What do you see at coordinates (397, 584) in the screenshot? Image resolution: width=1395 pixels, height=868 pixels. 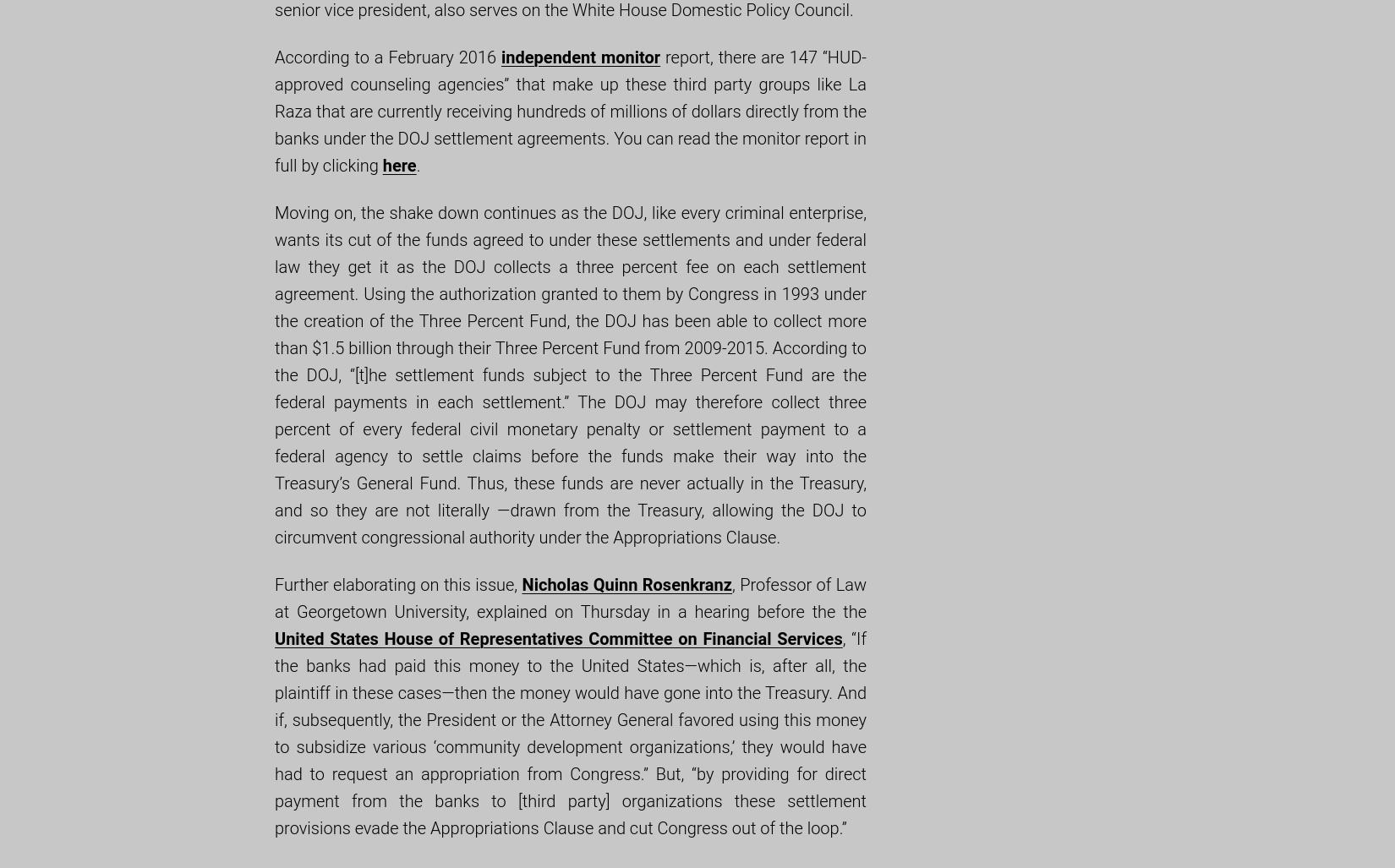 I see `'Further elaborating on this issue,'` at bounding box center [397, 584].